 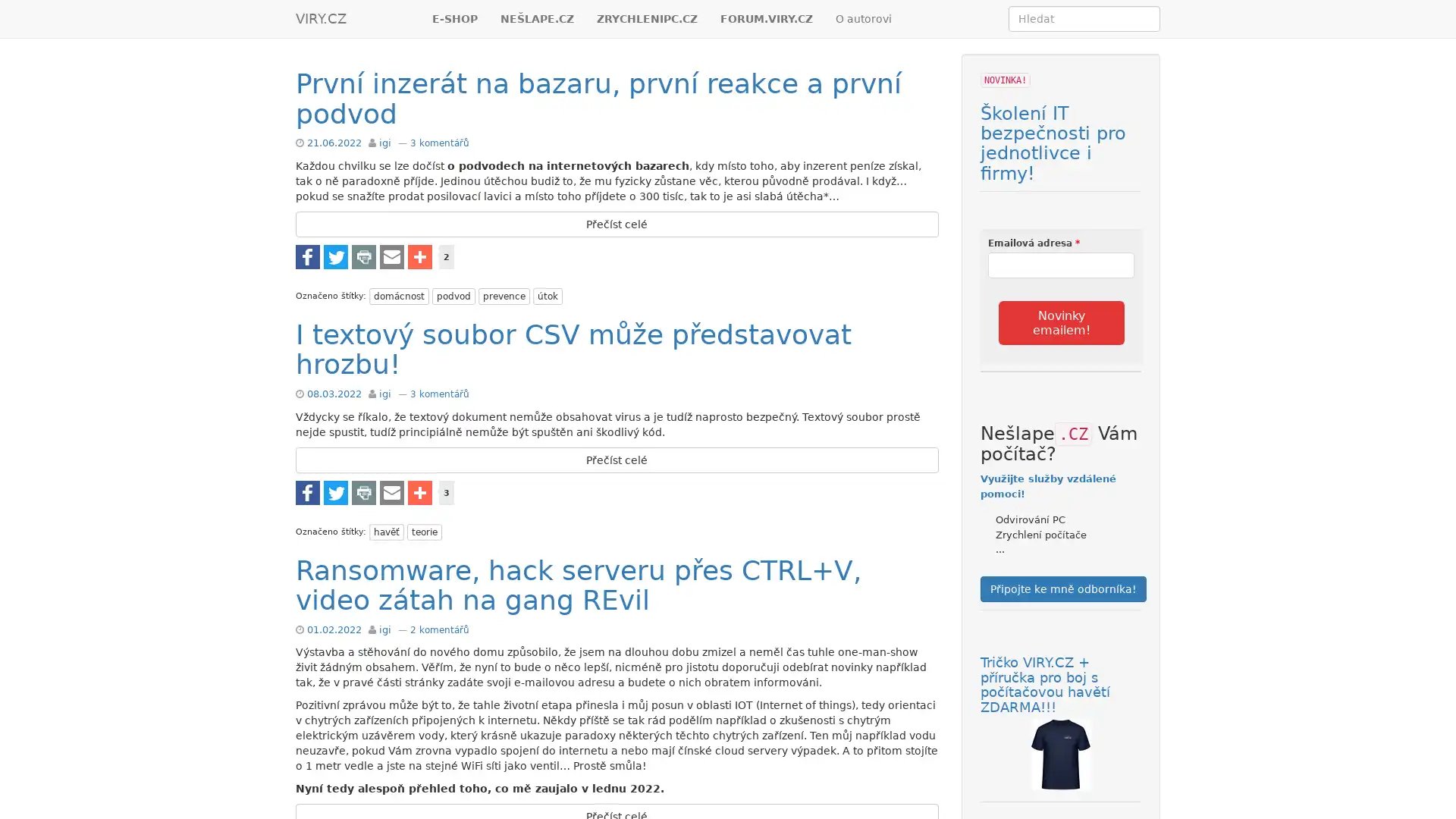 What do you see at coordinates (419, 256) in the screenshot?
I see `Share to Vice...` at bounding box center [419, 256].